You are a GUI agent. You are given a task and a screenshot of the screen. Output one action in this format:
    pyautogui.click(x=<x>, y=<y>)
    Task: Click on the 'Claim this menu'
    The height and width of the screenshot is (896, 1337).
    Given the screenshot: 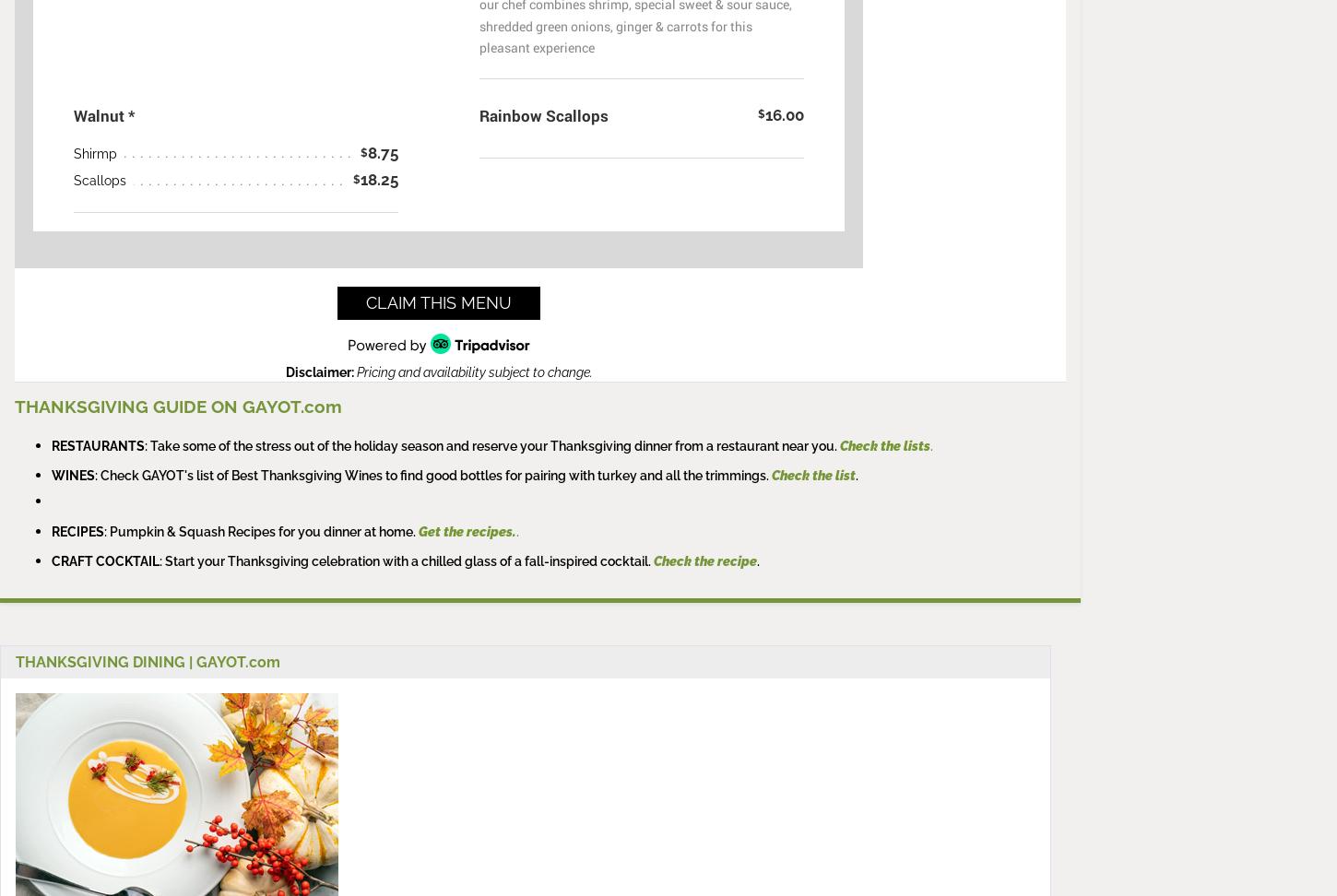 What is the action you would take?
    pyautogui.click(x=438, y=301)
    